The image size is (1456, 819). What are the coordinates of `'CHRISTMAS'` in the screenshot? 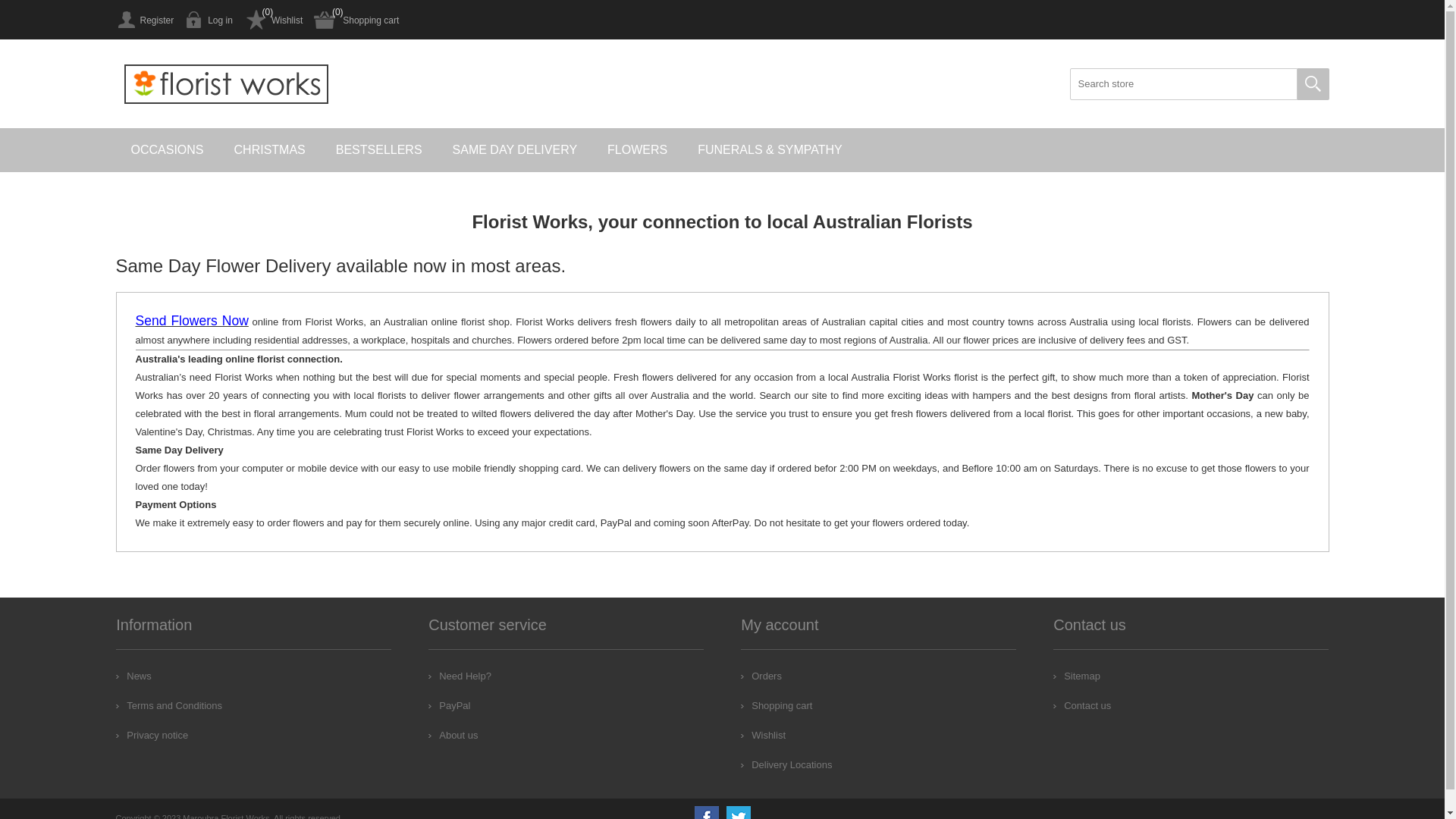 It's located at (269, 149).